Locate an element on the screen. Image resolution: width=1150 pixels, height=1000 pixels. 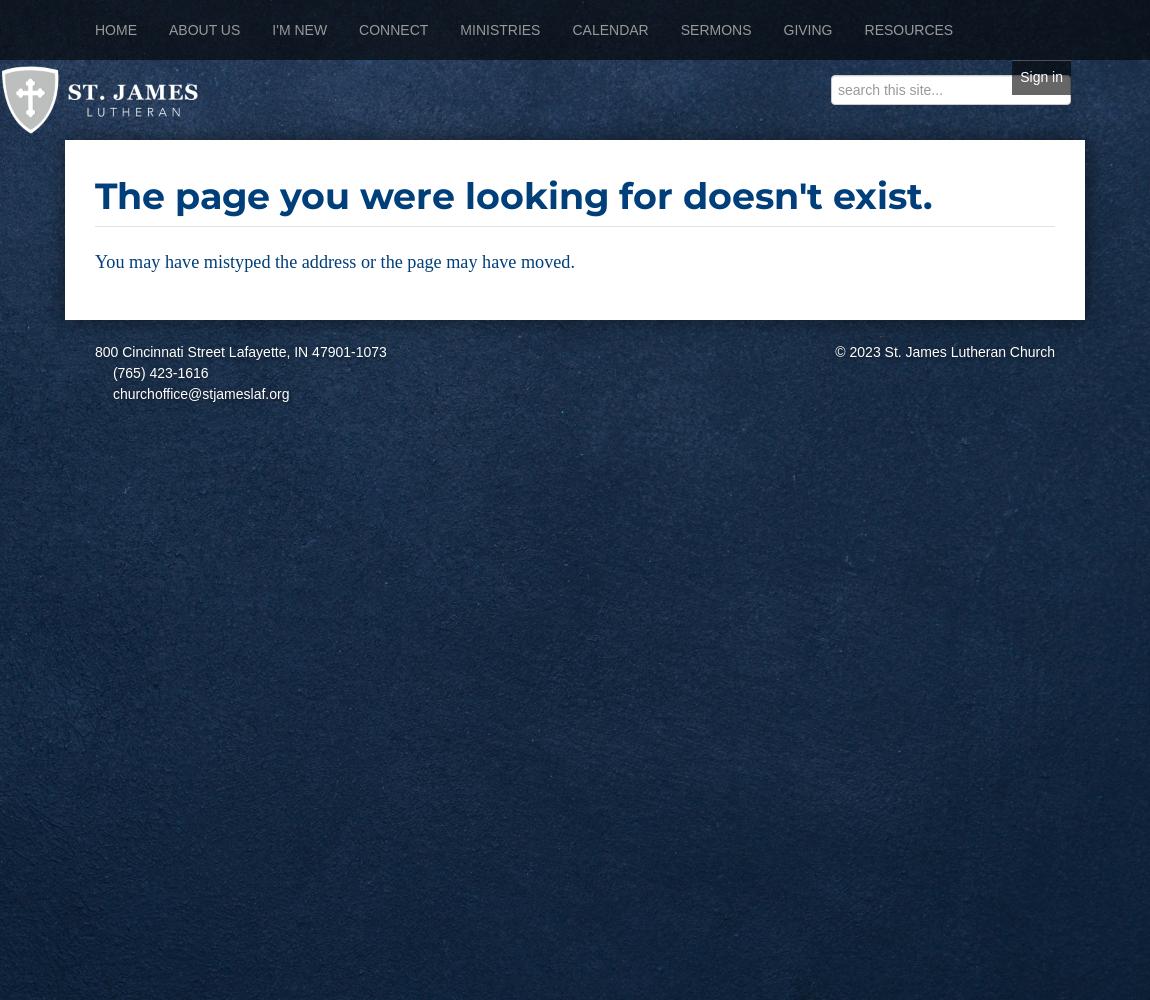
'800 Cincinnati Street
Lafayette, IN  47901-1073' is located at coordinates (93, 350).